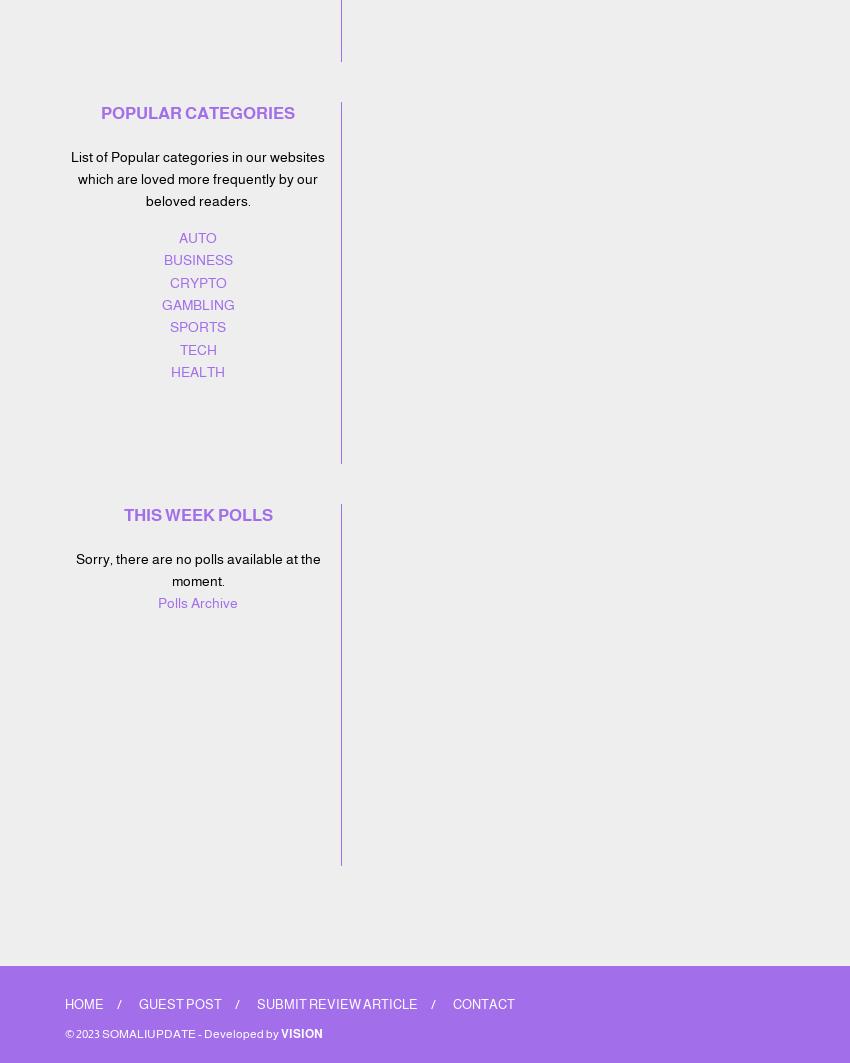 Image resolution: width=850 pixels, height=1063 pixels. What do you see at coordinates (196, 514) in the screenshot?
I see `'THIS WEEK POLLS'` at bounding box center [196, 514].